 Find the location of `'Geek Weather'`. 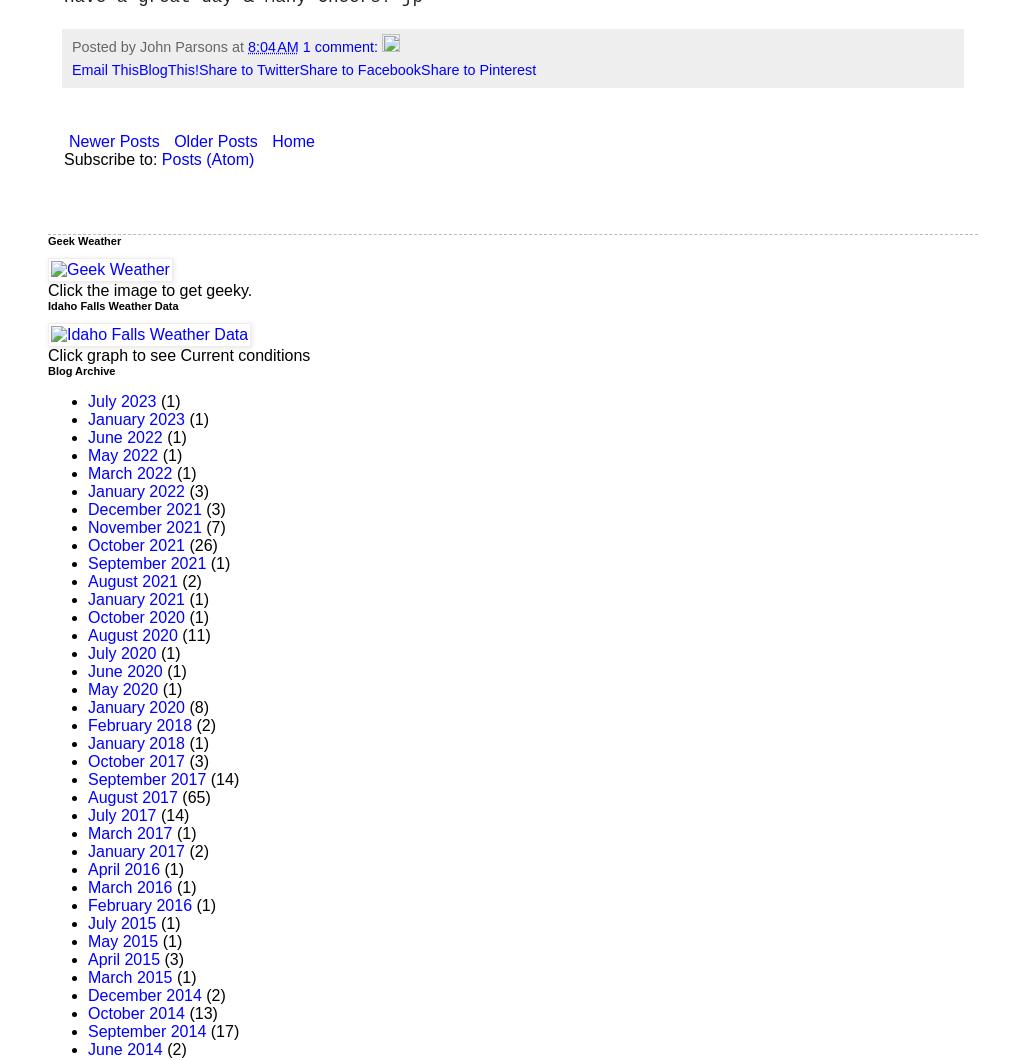

'Geek Weather' is located at coordinates (84, 240).